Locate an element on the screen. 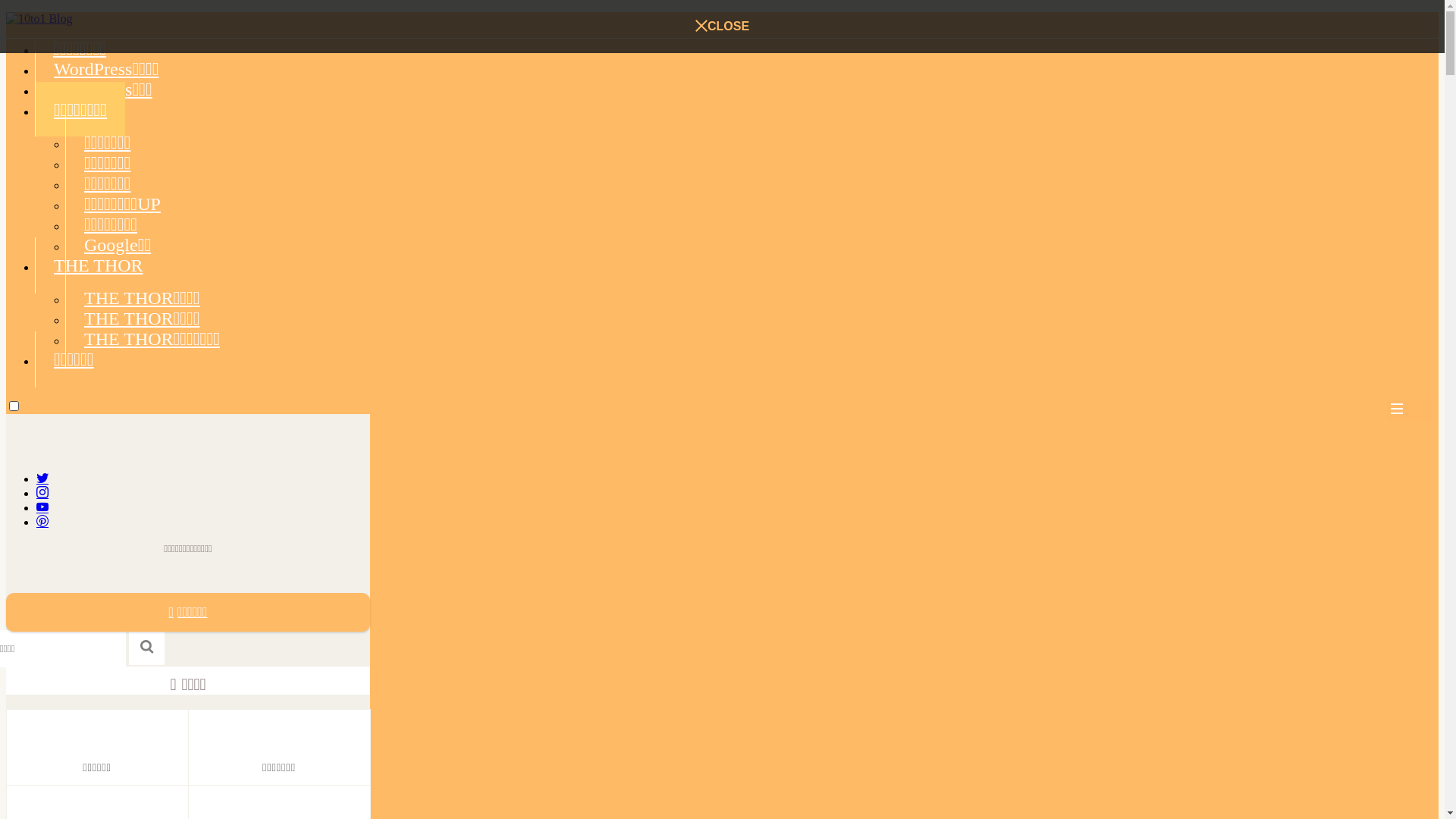  'THE THOR' is located at coordinates (35, 265).